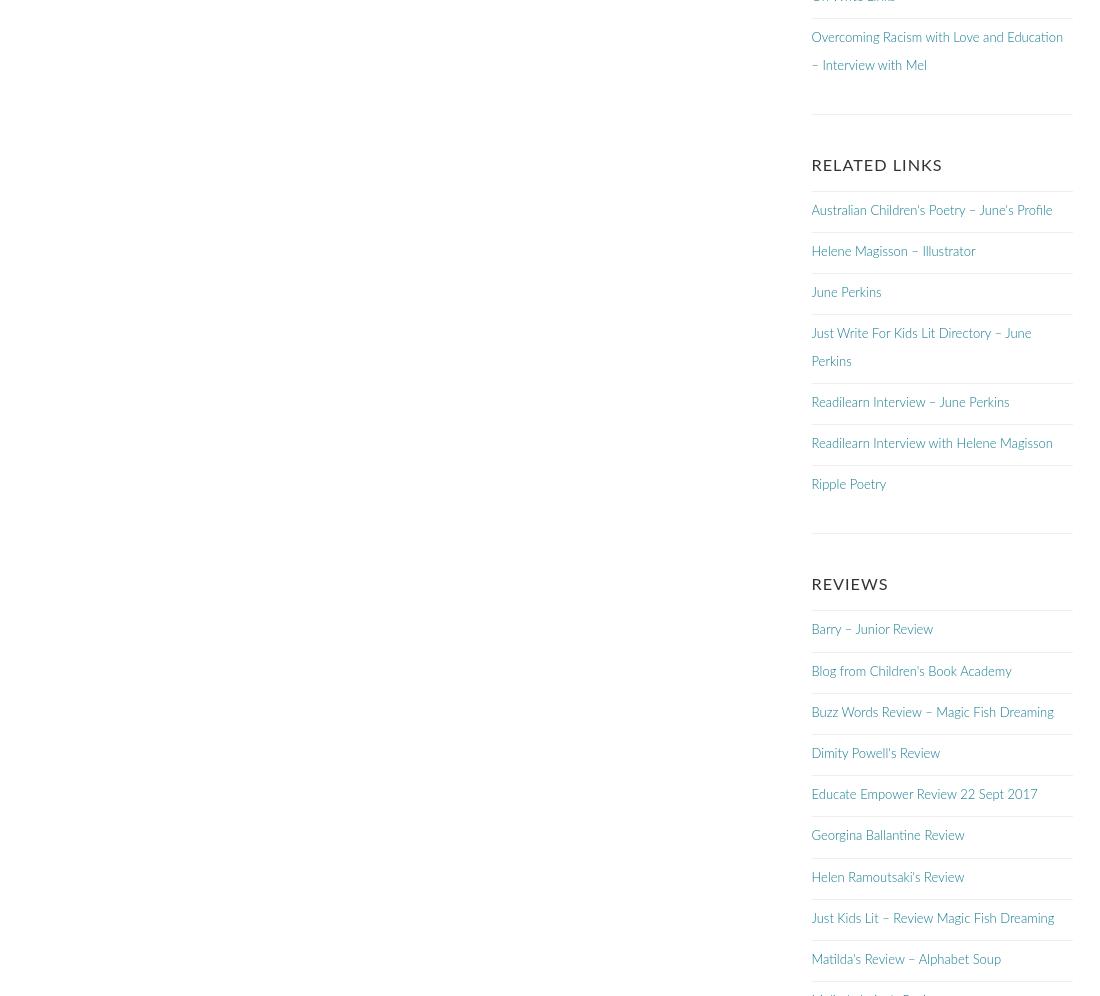  I want to click on 'Overcoming Racism with Love and Education – Interview with Mel', so click(936, 50).